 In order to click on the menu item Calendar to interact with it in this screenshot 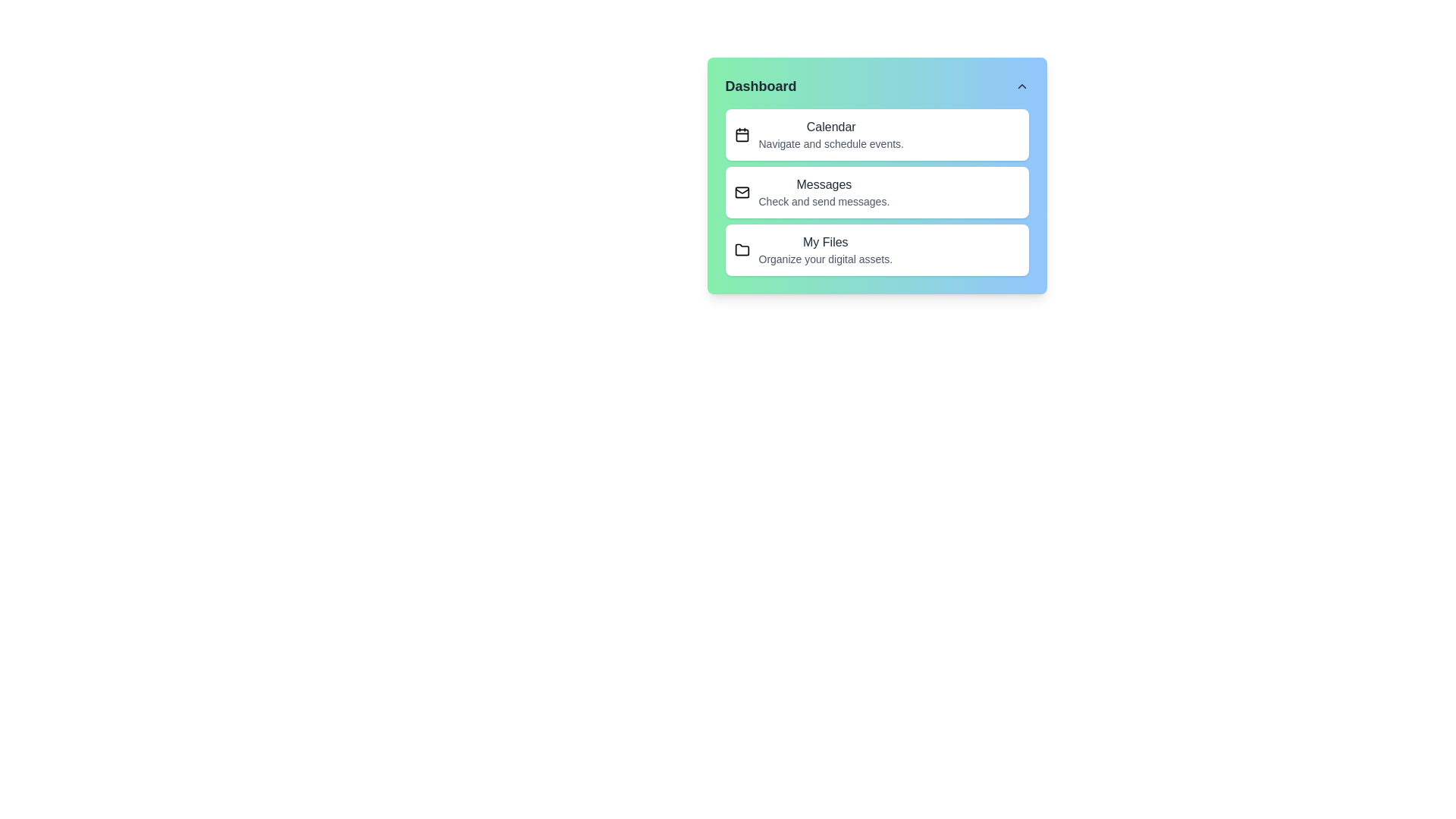, I will do `click(877, 133)`.